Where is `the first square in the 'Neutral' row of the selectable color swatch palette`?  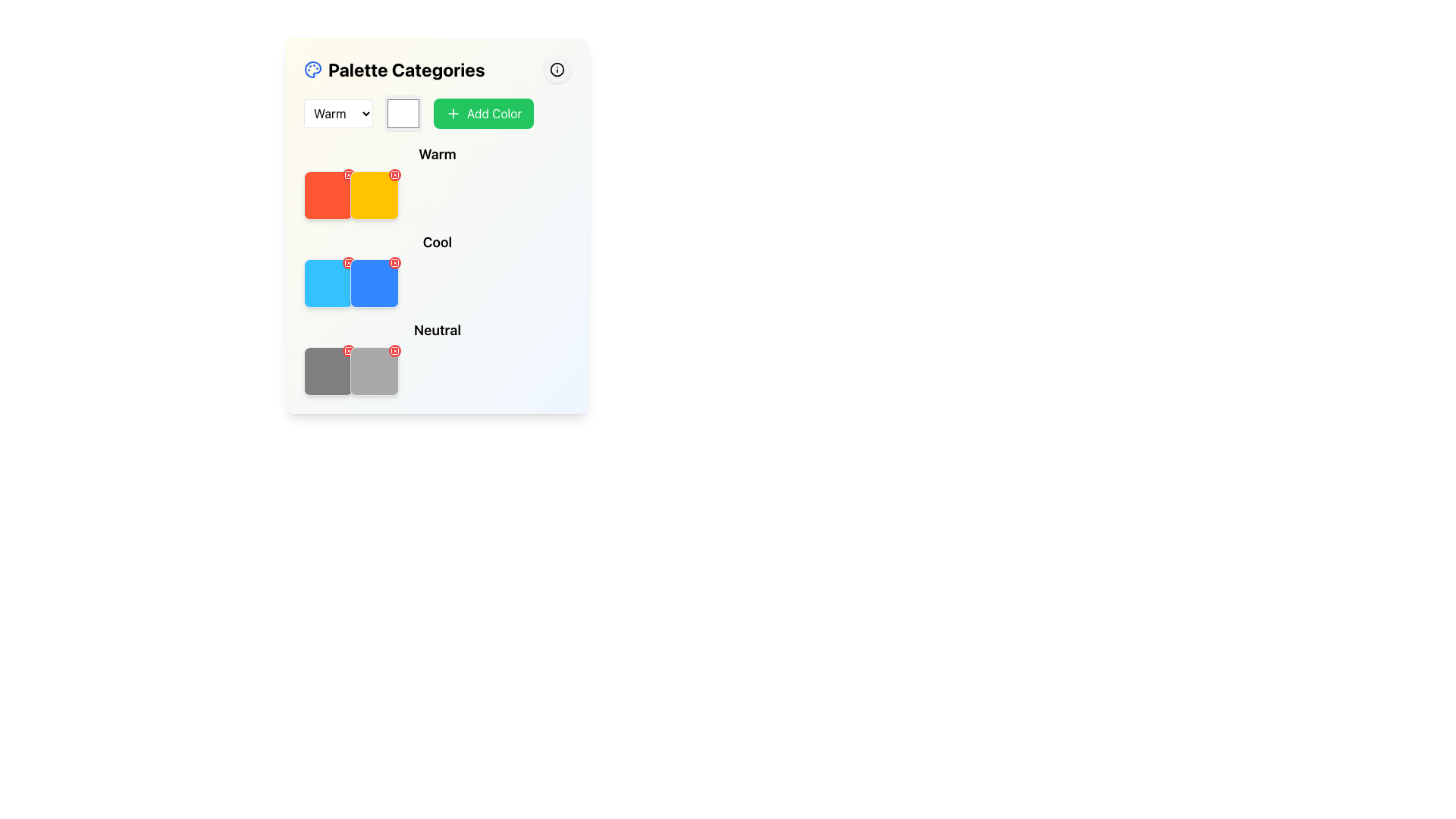
the first square in the 'Neutral' row of the selectable color swatch palette is located at coordinates (327, 371).